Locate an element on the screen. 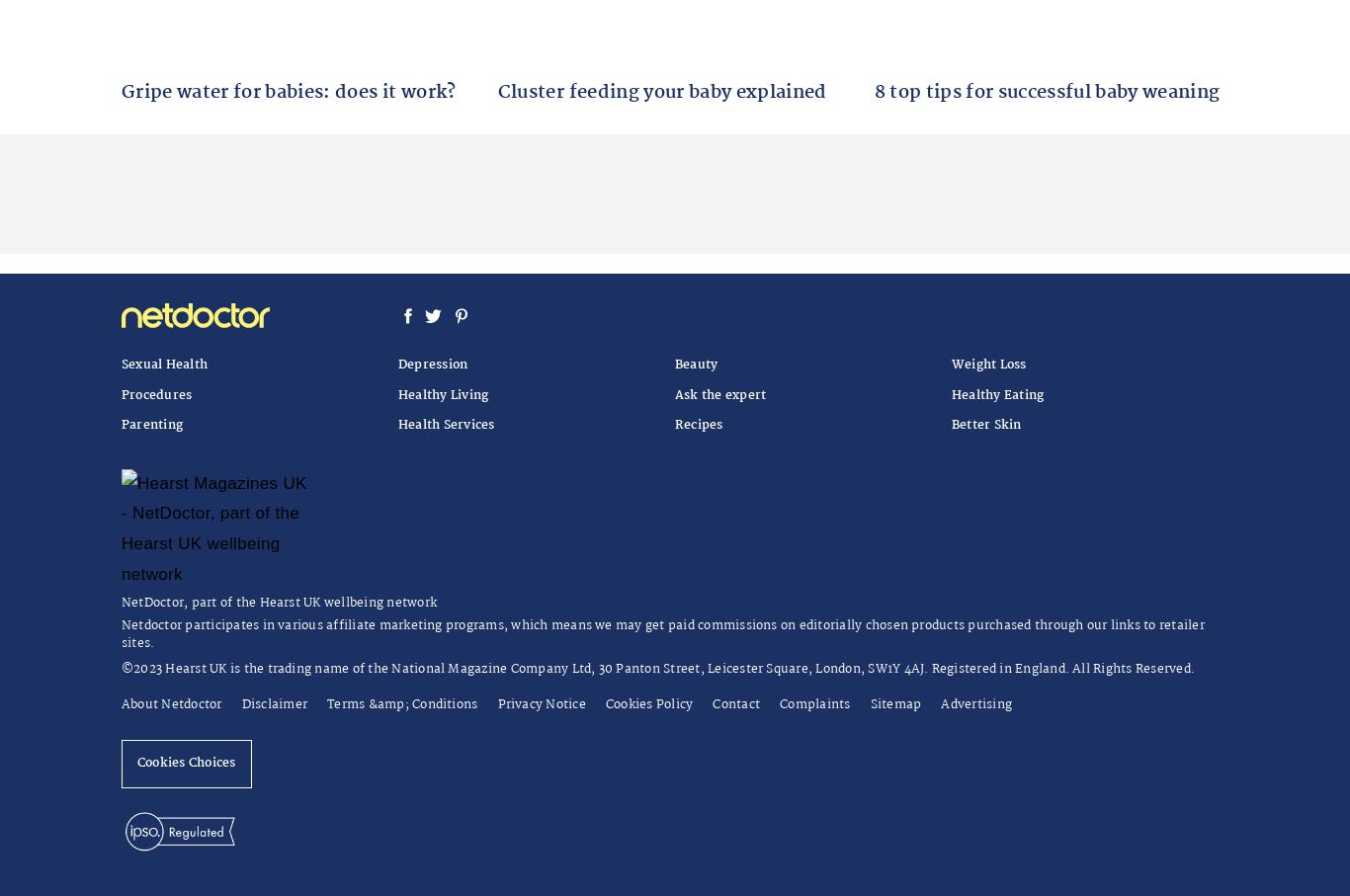 This screenshot has width=1350, height=896. 'Weight Loss' is located at coordinates (988, 363).